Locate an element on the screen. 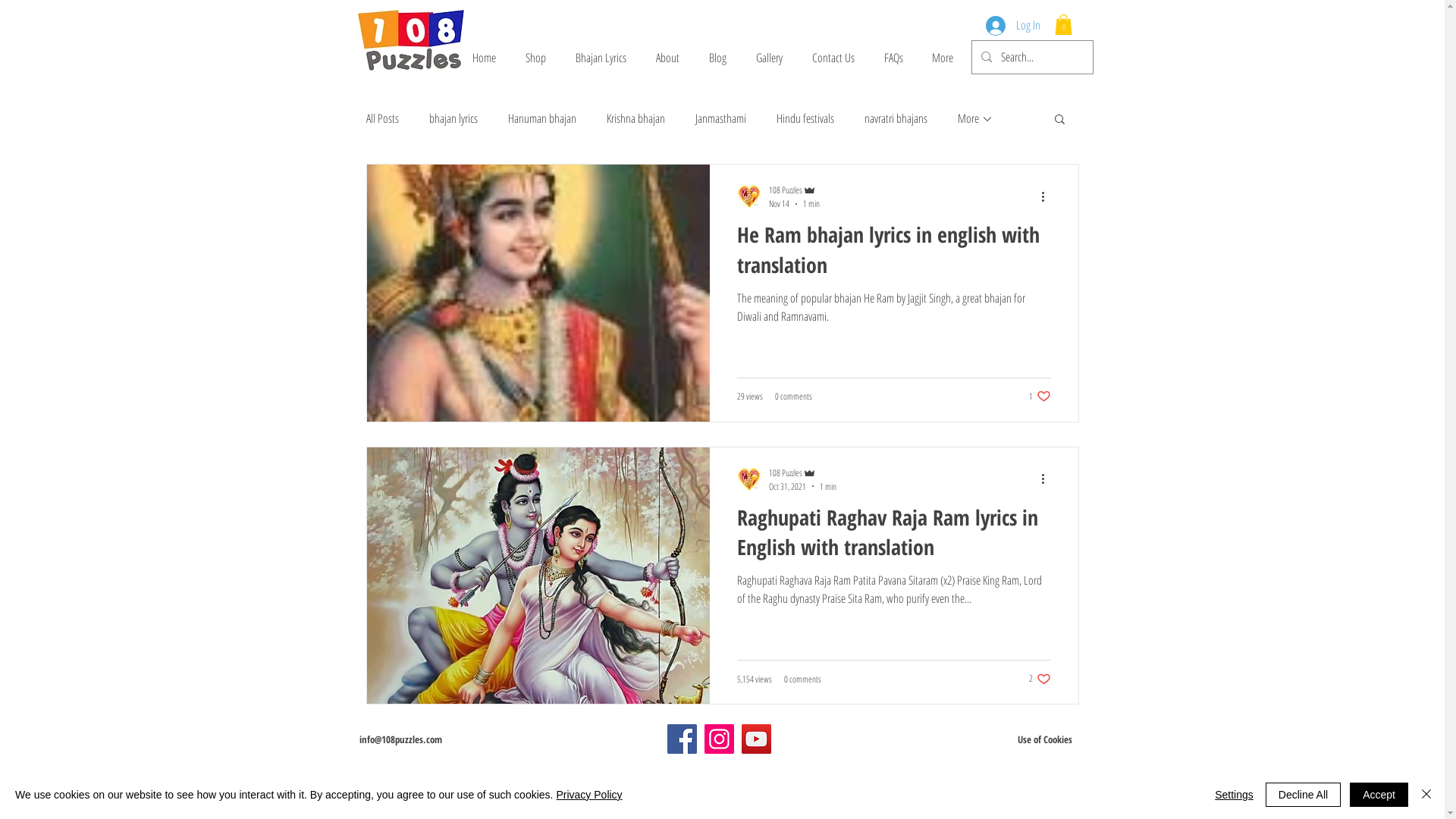 This screenshot has height=819, width=1456. 'Privacy Policy' is located at coordinates (588, 794).